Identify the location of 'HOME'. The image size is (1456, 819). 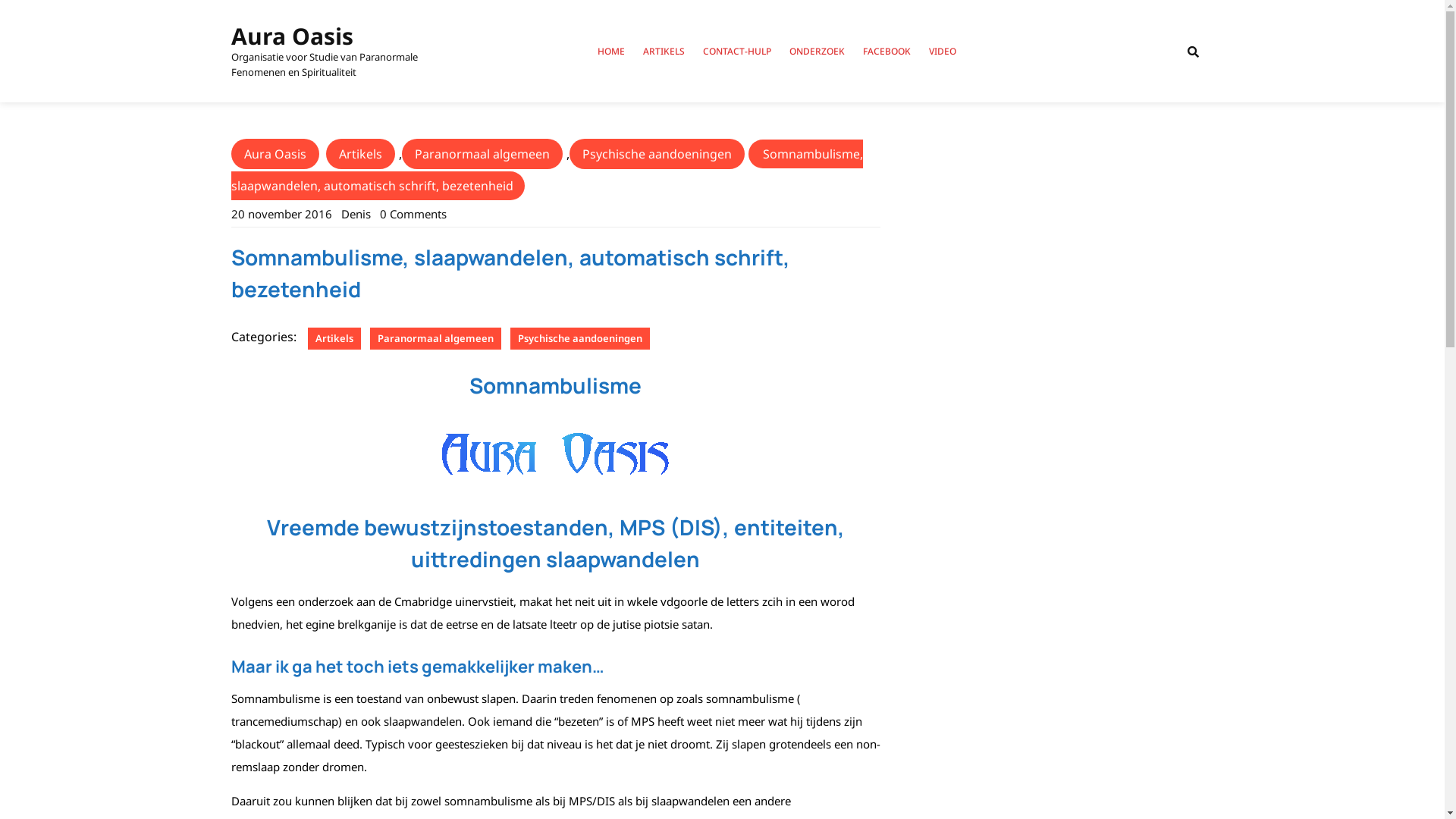
(611, 51).